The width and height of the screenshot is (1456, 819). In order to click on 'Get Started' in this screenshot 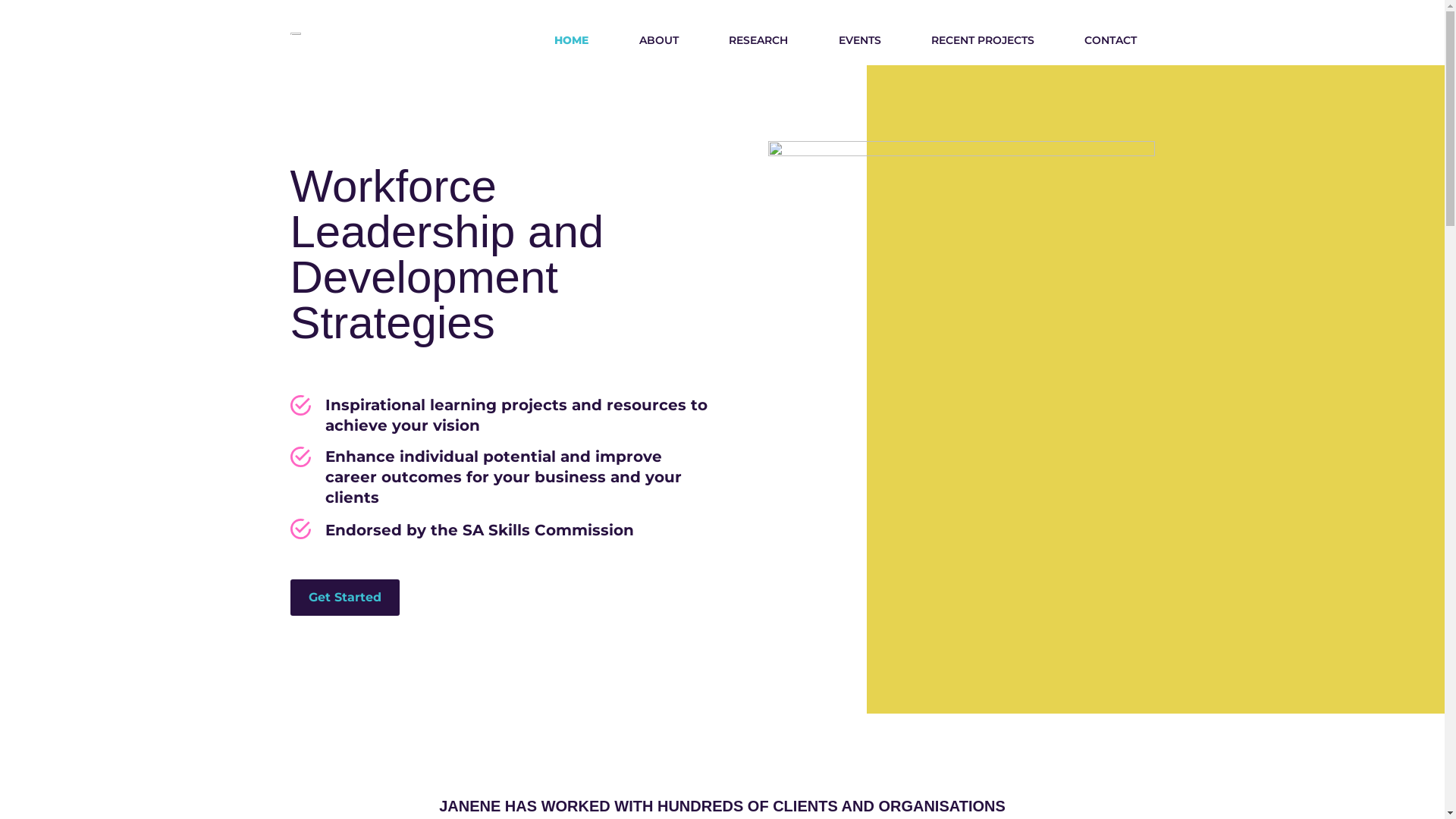, I will do `click(344, 596)`.